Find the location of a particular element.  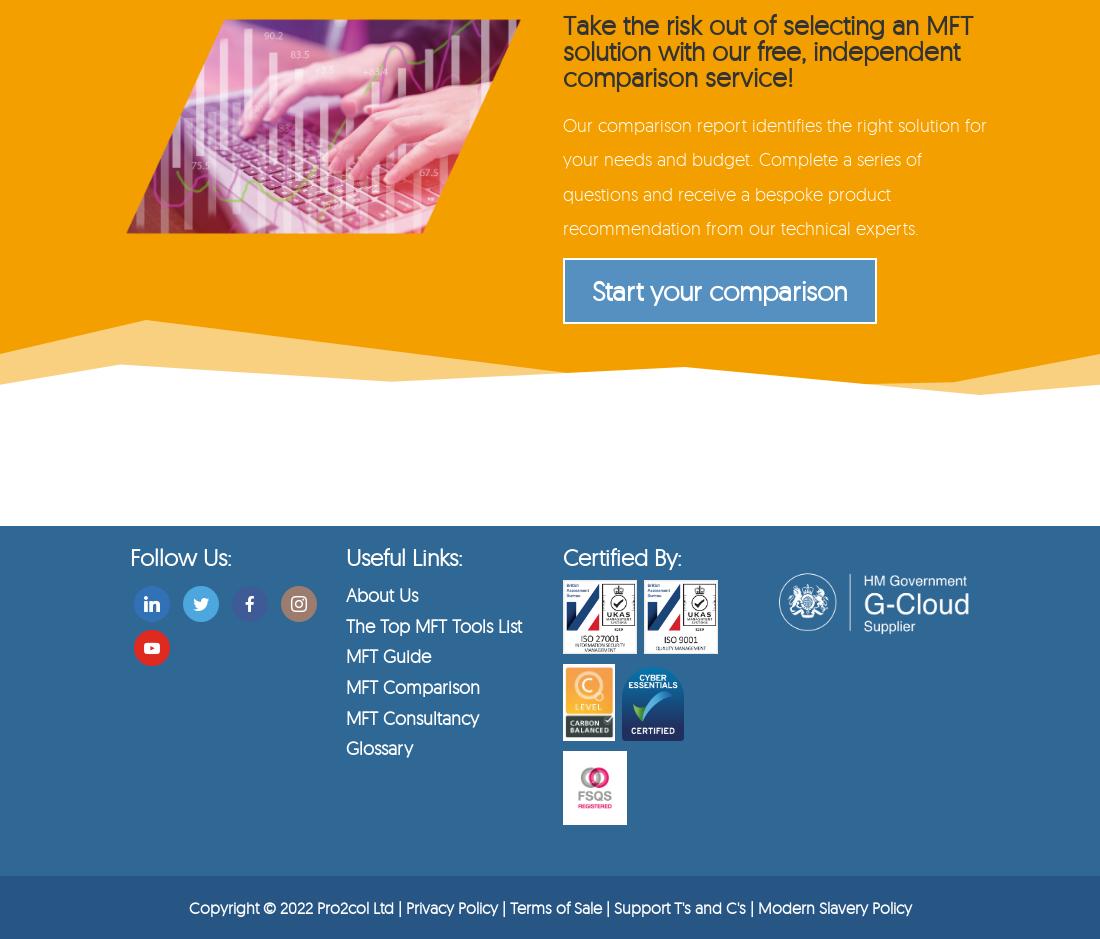

'MFT Comparison' is located at coordinates (412, 686).